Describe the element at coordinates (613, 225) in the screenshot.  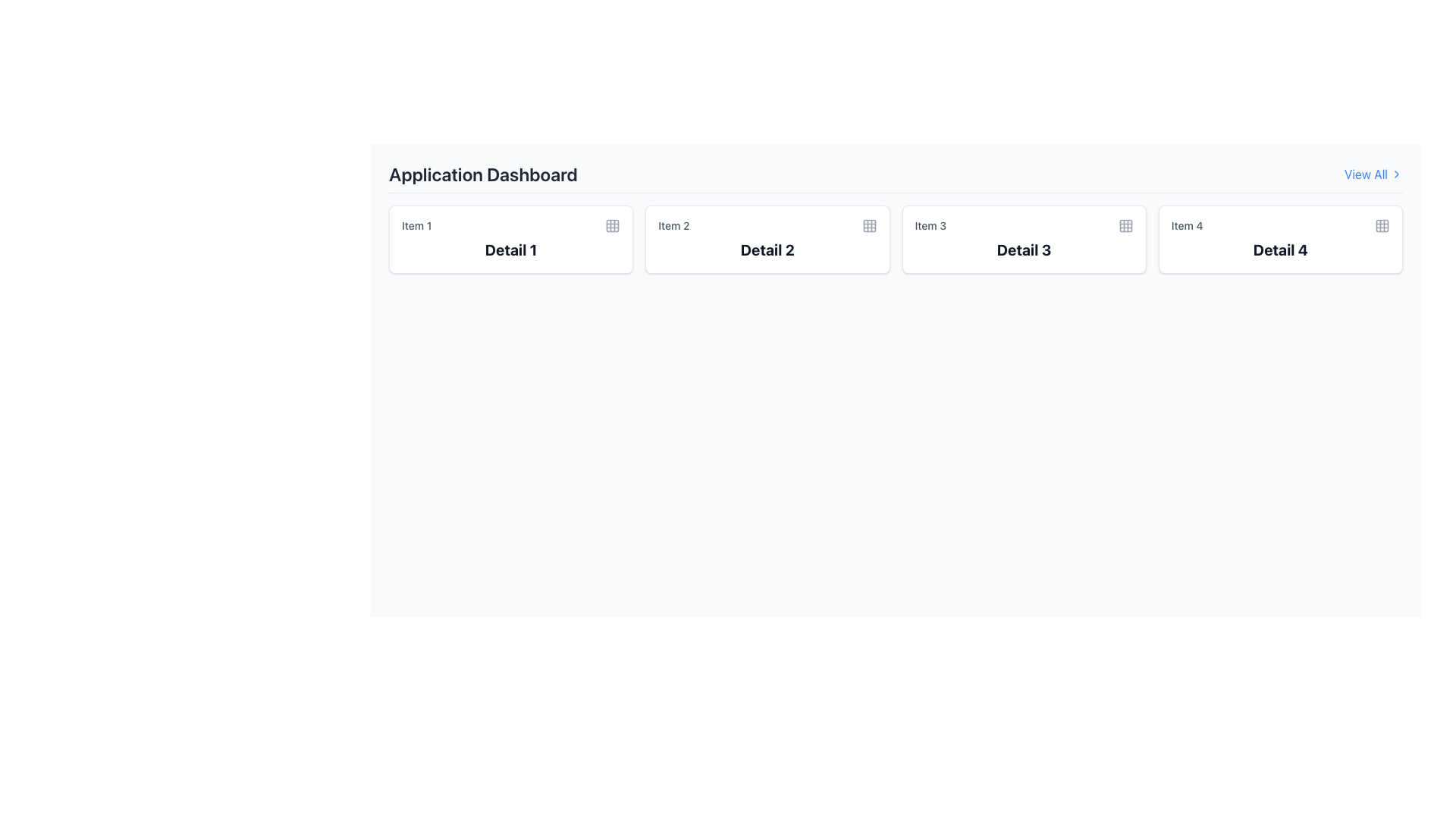
I see `the grid layout associated with the center square element` at that location.